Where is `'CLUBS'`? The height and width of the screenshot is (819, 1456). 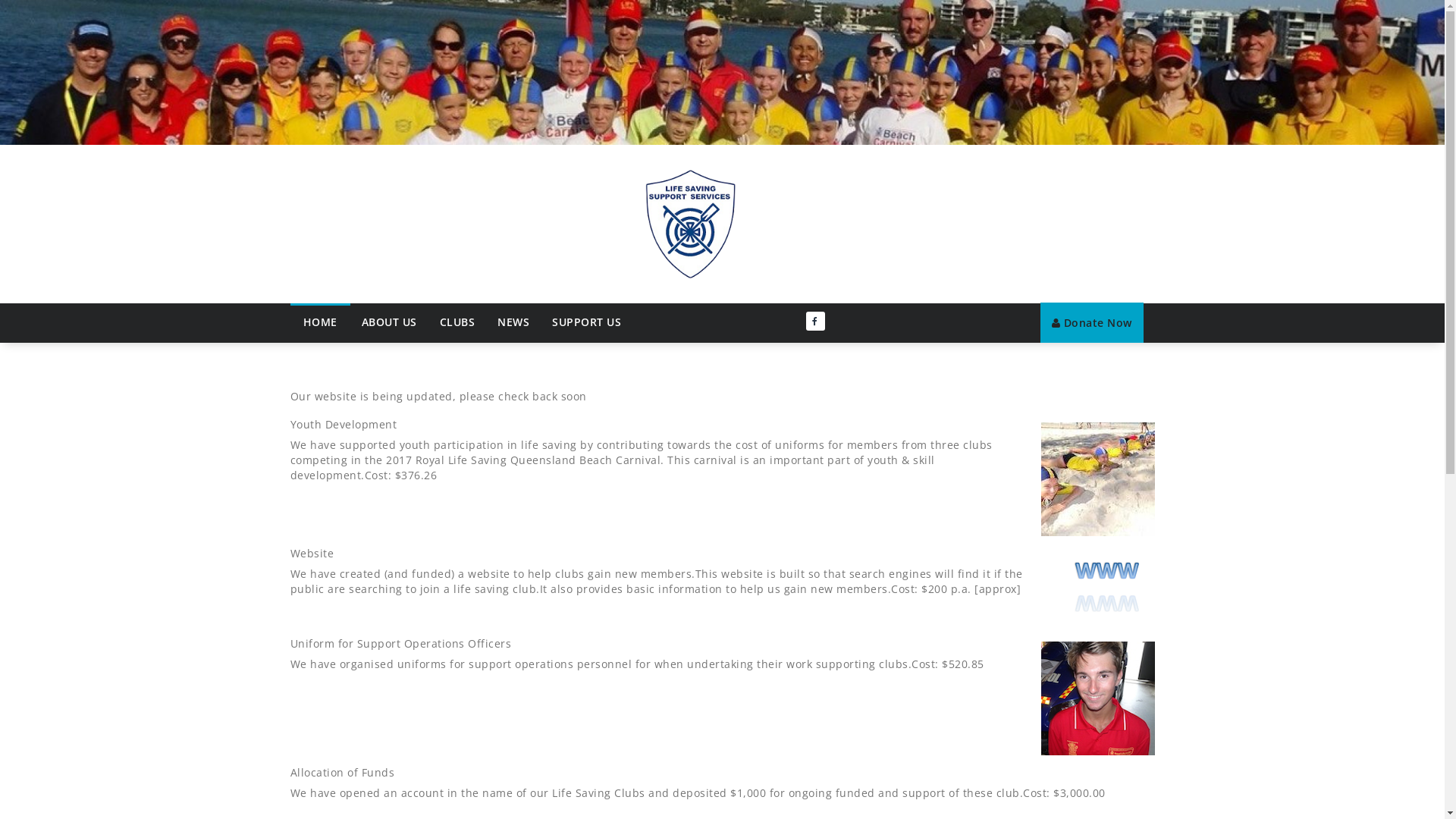 'CLUBS' is located at coordinates (456, 321).